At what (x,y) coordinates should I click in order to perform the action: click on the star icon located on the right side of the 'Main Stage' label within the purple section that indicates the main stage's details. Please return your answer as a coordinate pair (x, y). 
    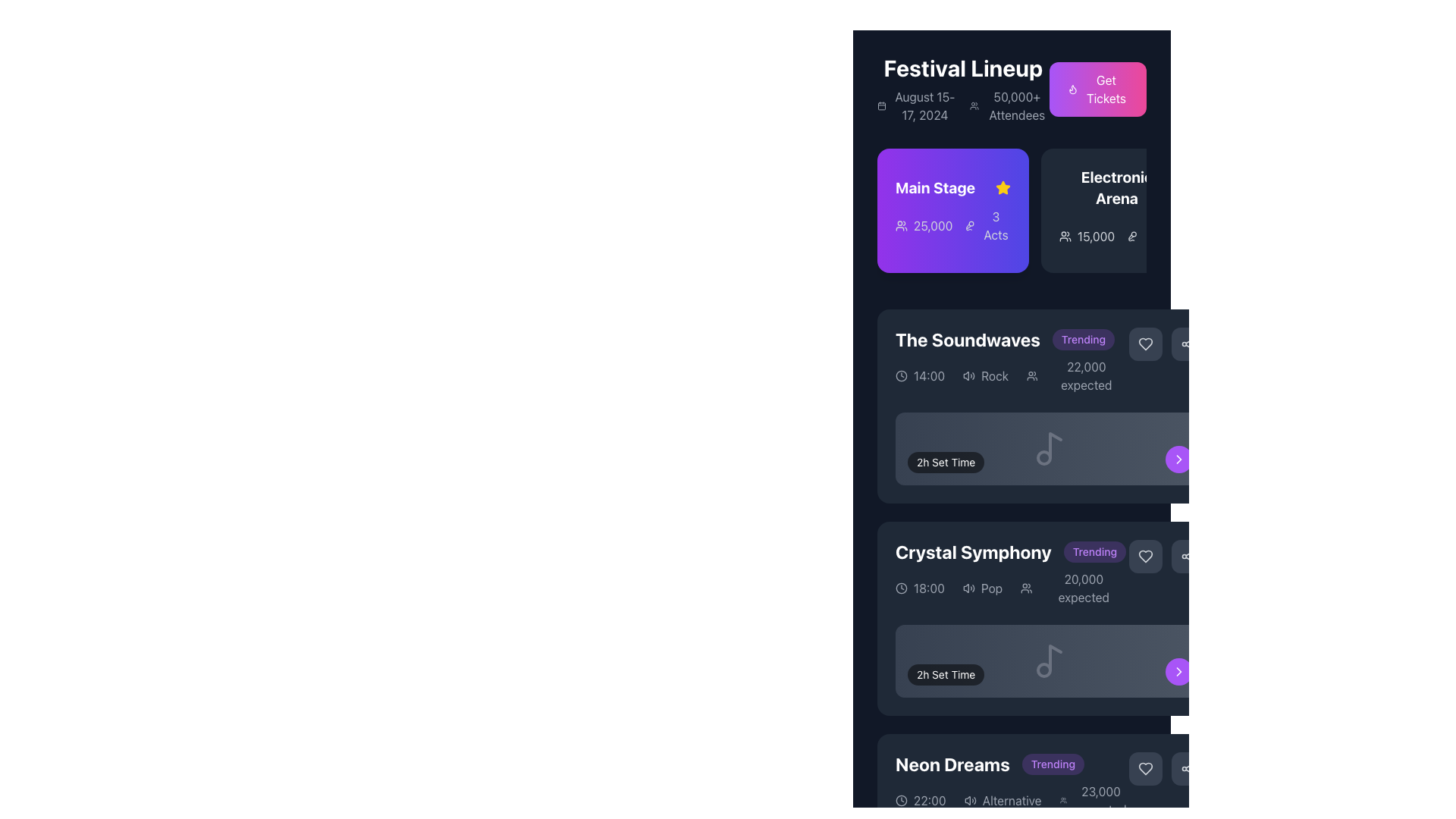
    Looking at the image, I should click on (1003, 187).